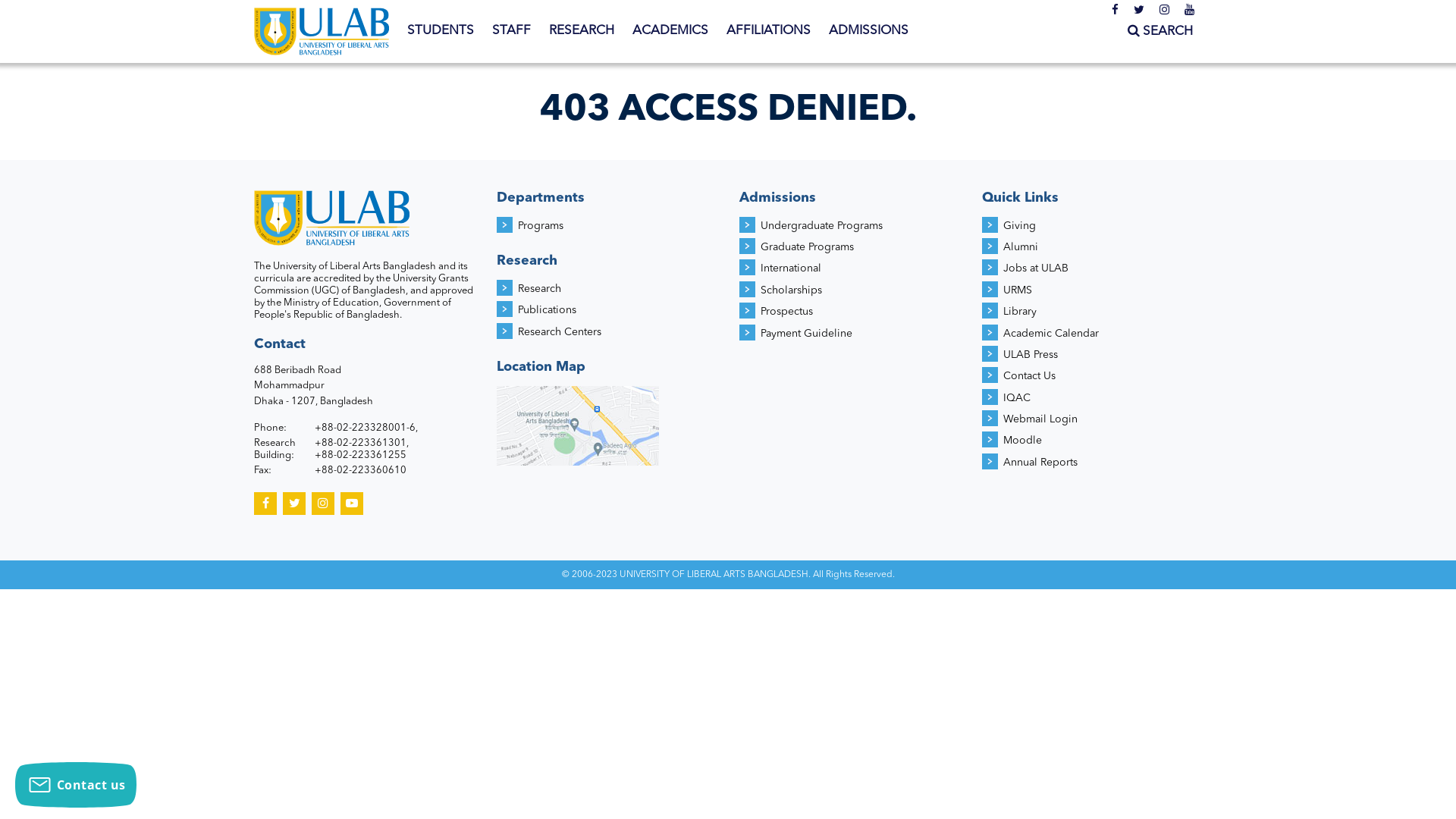 This screenshot has height=819, width=1456. I want to click on 'Alumni', so click(1020, 246).